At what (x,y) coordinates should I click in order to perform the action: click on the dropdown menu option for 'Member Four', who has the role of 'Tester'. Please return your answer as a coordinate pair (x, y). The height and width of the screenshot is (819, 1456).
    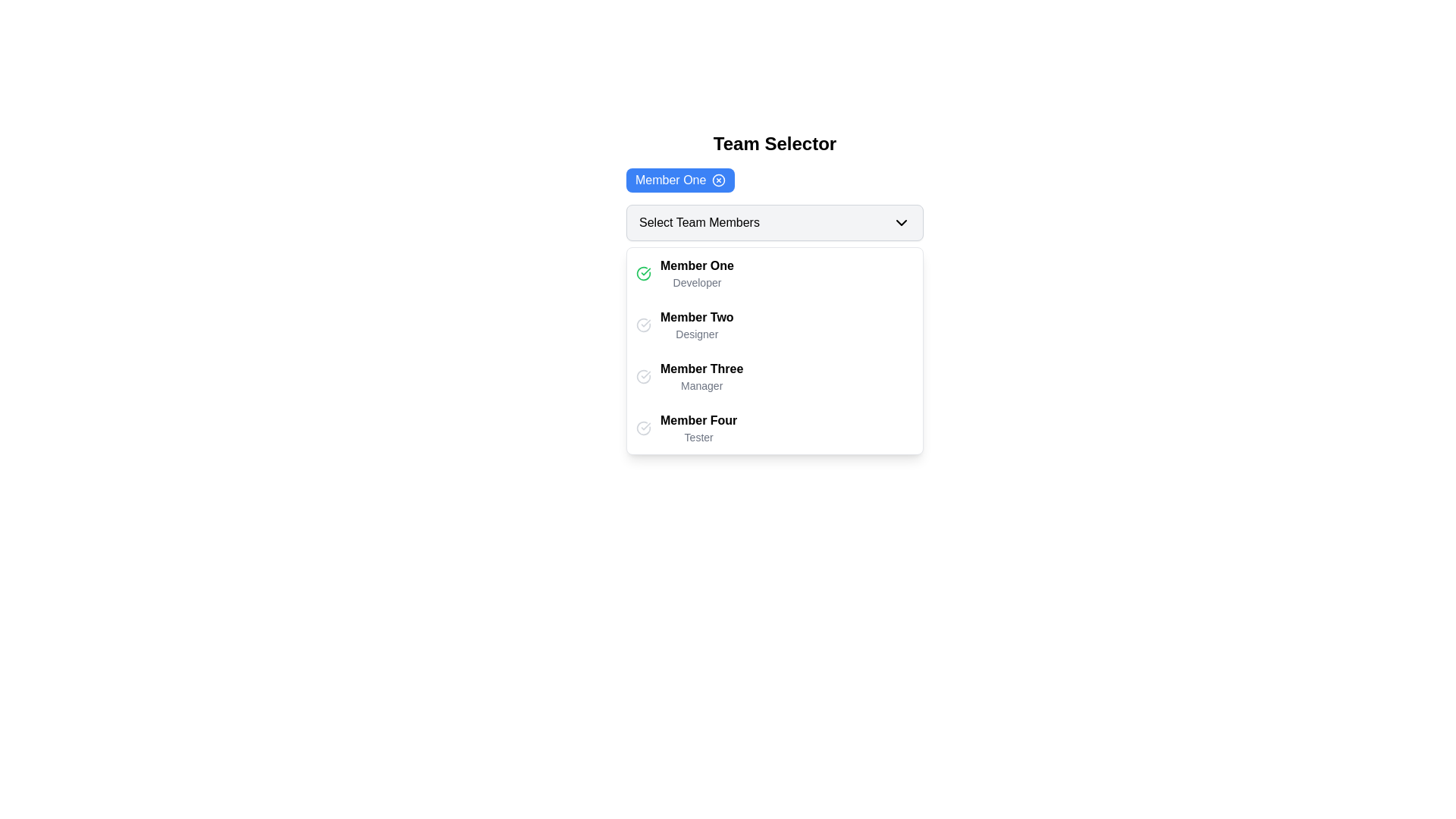
    Looking at the image, I should click on (775, 428).